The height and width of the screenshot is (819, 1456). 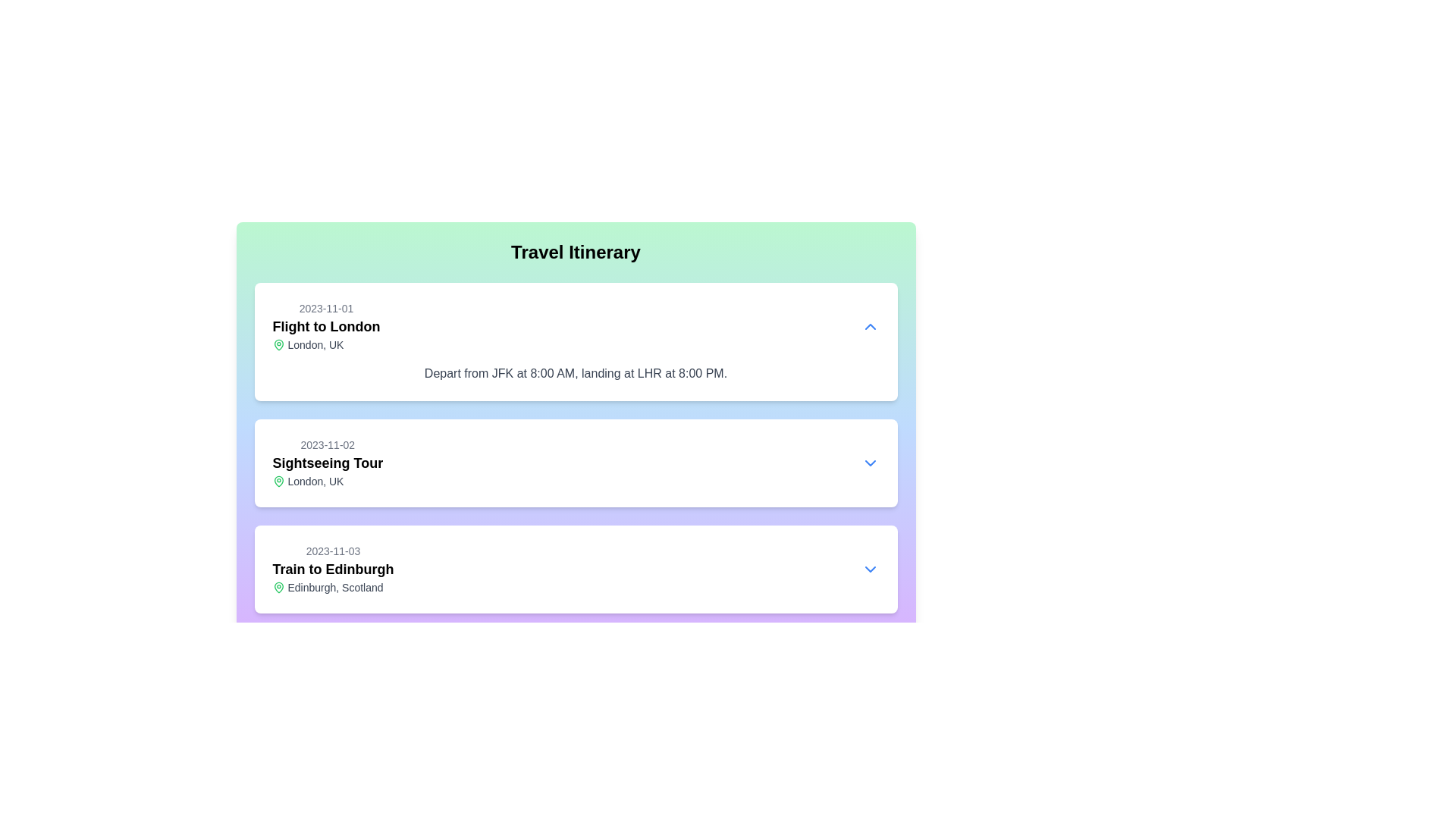 What do you see at coordinates (575, 462) in the screenshot?
I see `the Expandable travel item summary` at bounding box center [575, 462].